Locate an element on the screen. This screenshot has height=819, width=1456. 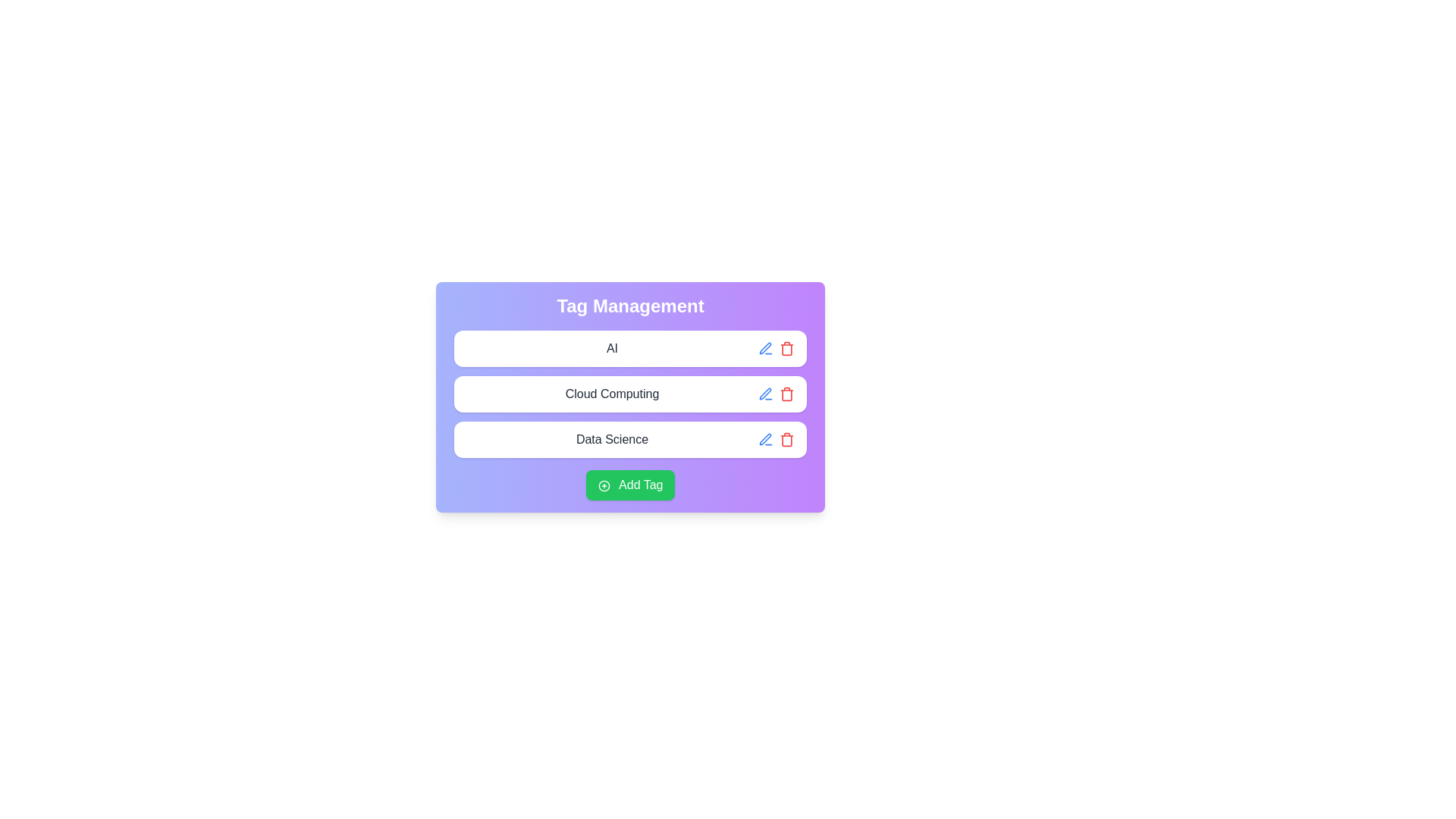
the Icon button located at the far right of the 'AI' row is located at coordinates (786, 348).